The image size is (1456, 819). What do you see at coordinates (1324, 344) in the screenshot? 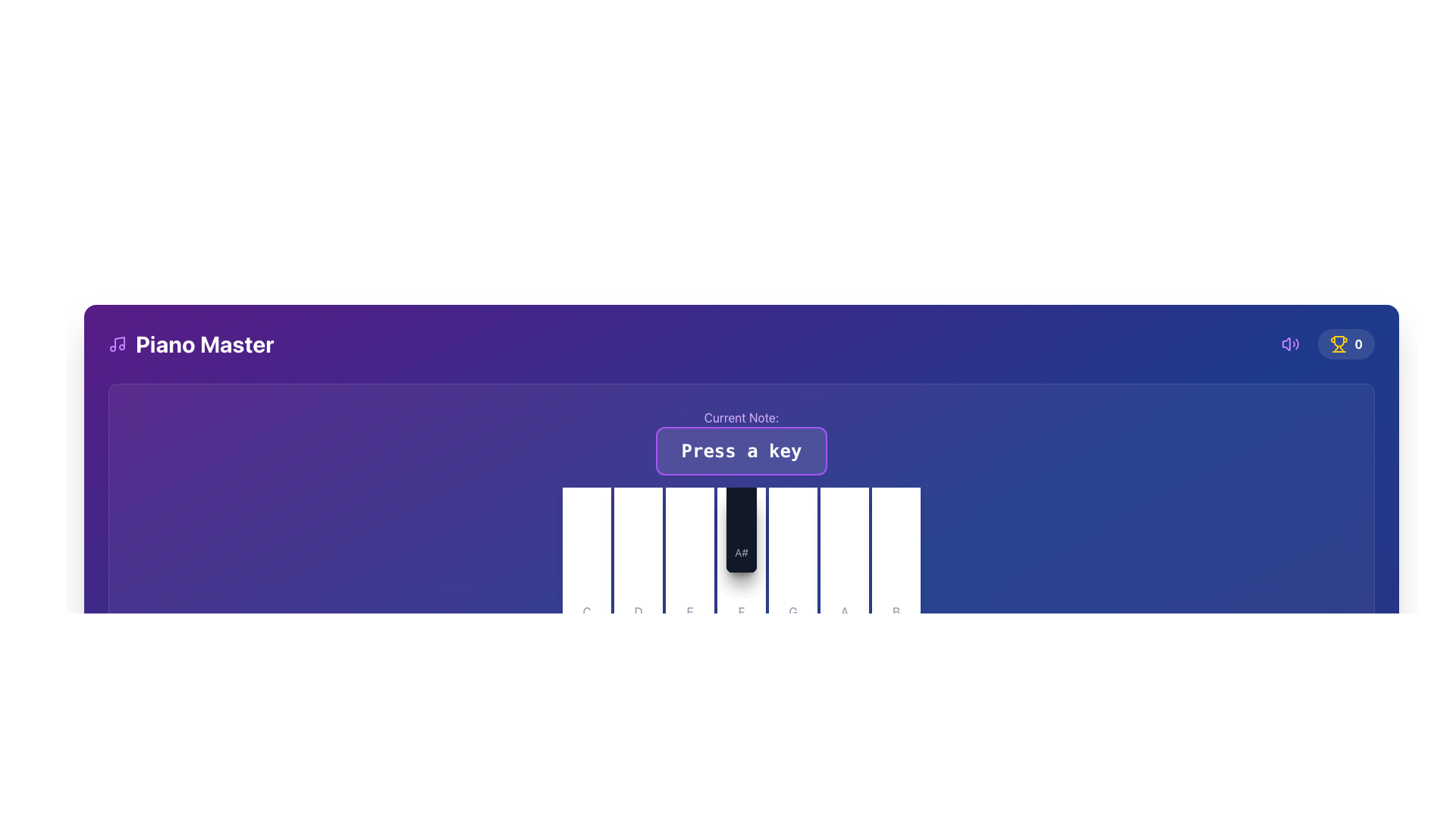
I see `the trophy icon with the text '0' located at the top-right corner of the user interface` at bounding box center [1324, 344].